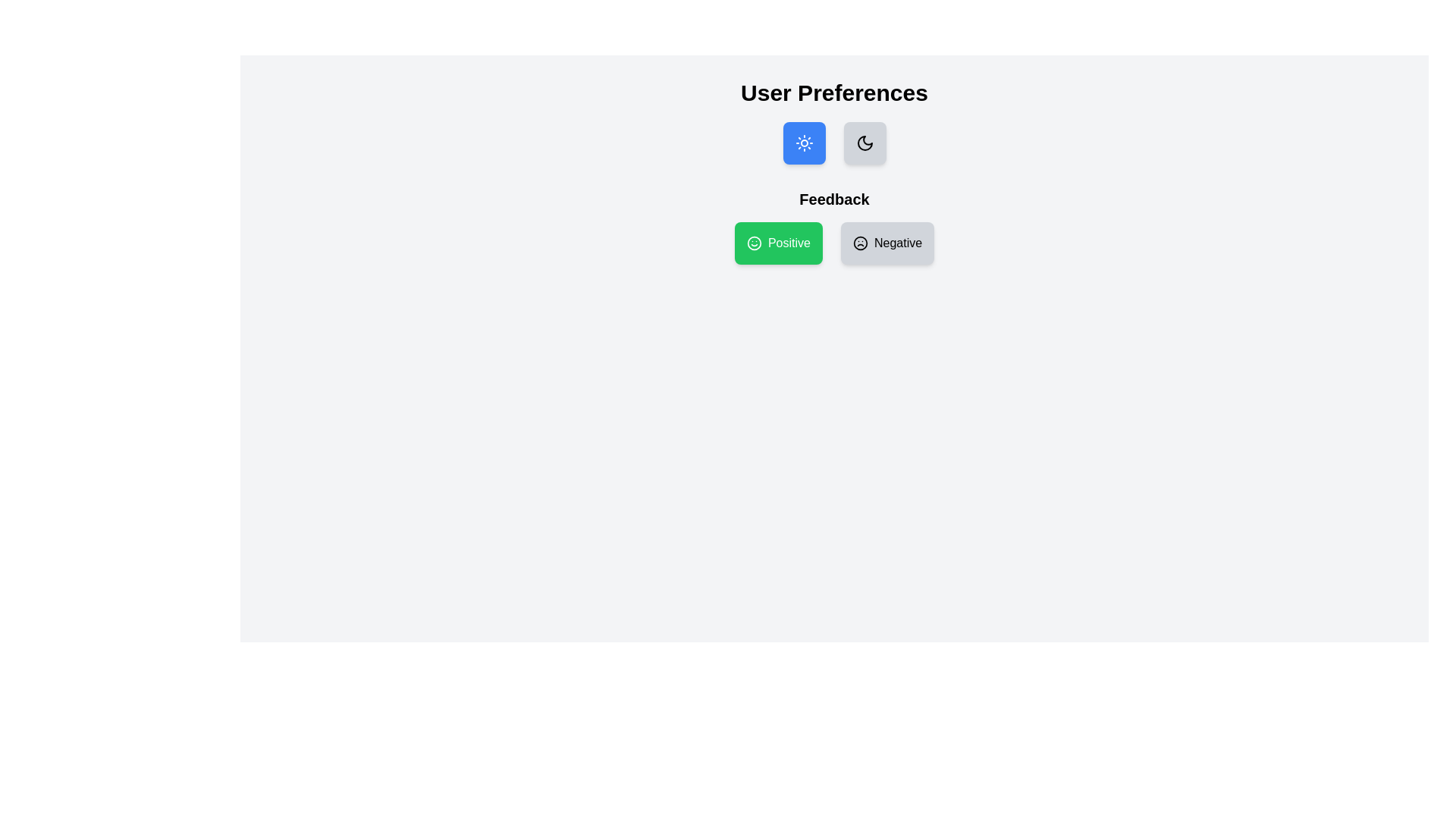  What do you see at coordinates (779, 242) in the screenshot?
I see `the green 'Positive' button with rounded edges that displays a smile icon and white text, located below the 'User Preferences' heading` at bounding box center [779, 242].